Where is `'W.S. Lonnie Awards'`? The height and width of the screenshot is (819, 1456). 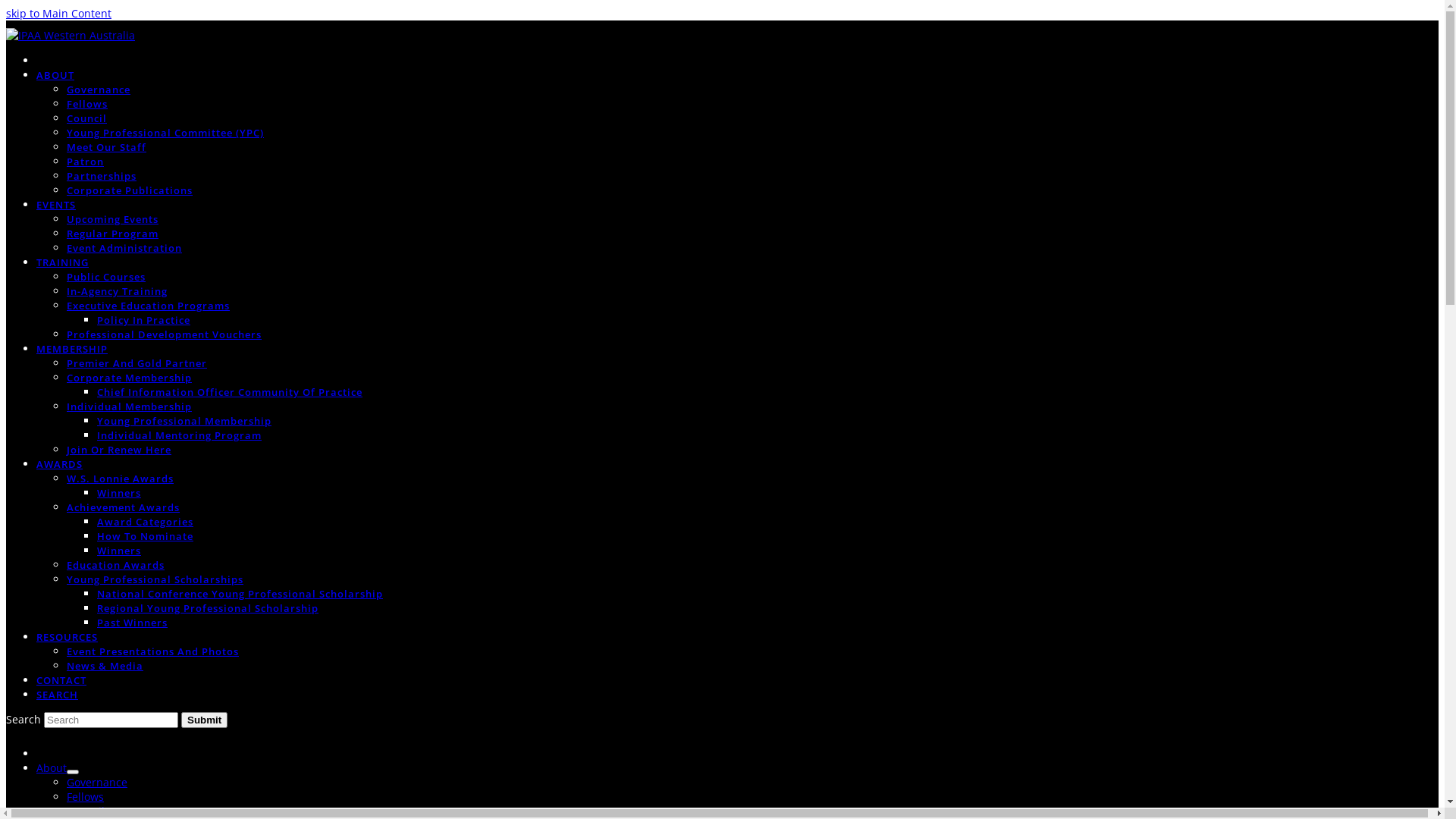 'W.S. Lonnie Awards' is located at coordinates (119, 478).